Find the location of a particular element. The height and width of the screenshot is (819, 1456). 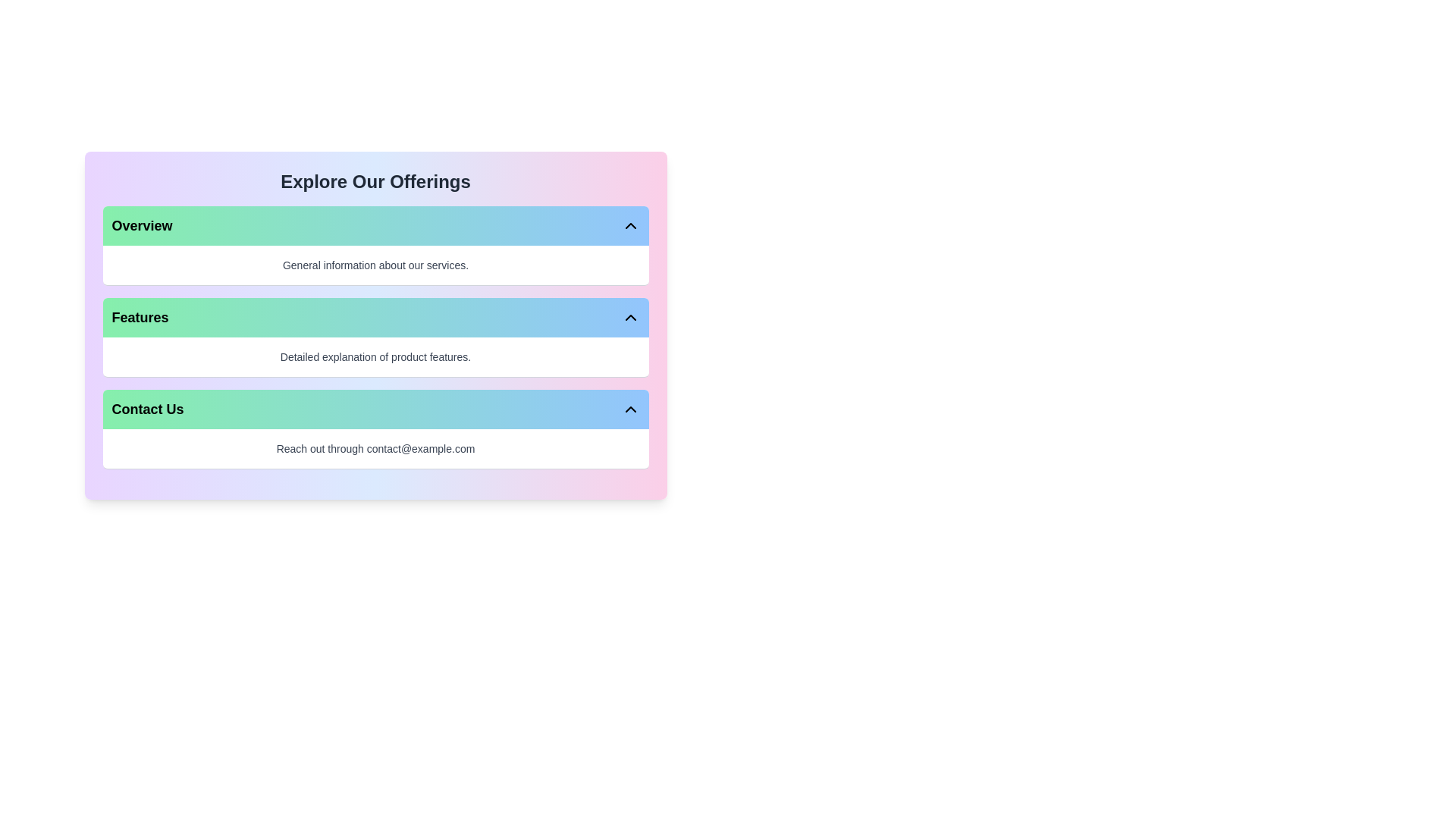

the upward-pointing chevron icon located at the far right side of the 'Features' section is located at coordinates (630, 317).